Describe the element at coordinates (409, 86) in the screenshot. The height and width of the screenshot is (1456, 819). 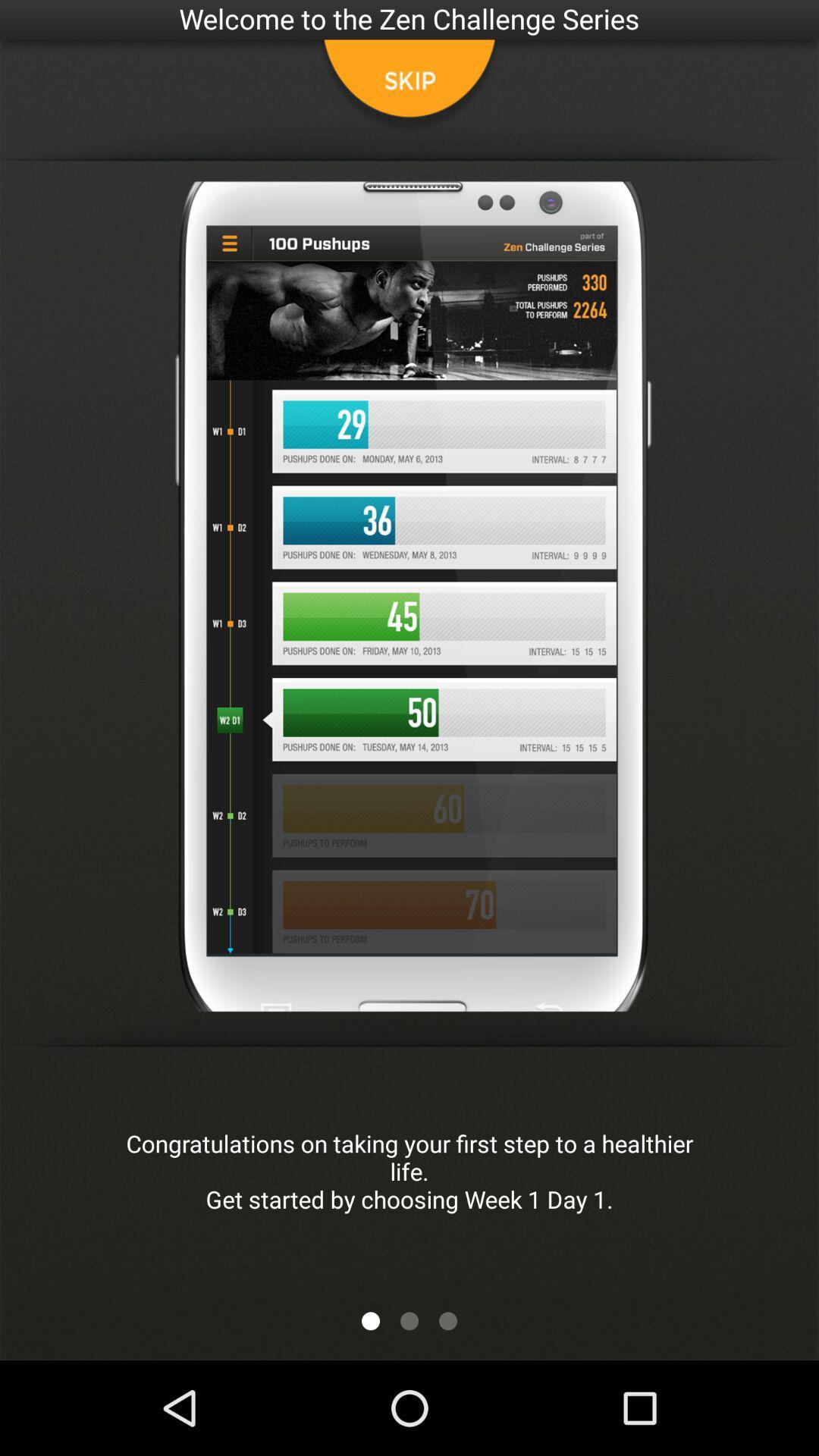
I see `skip button` at that location.